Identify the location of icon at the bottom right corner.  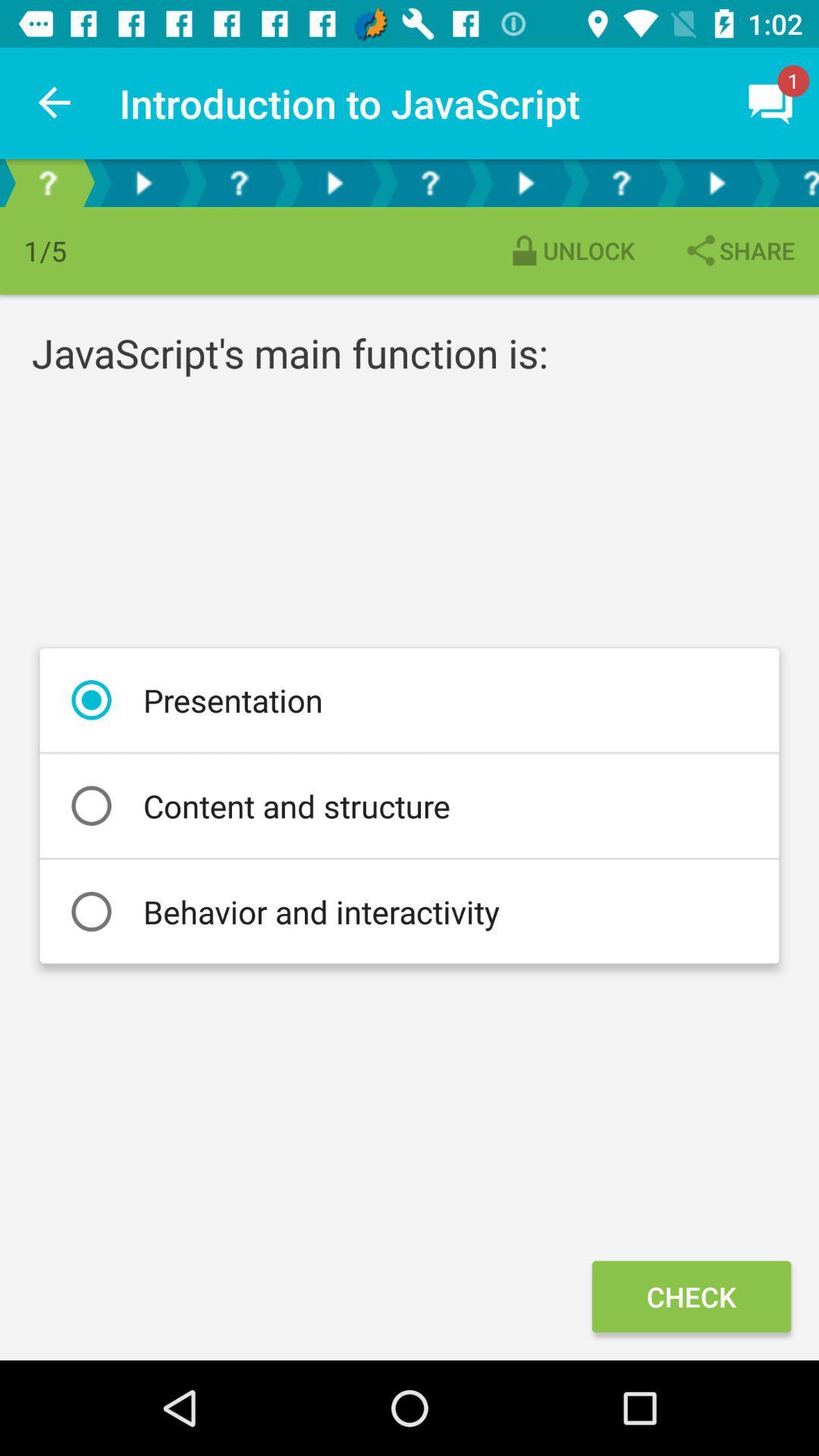
(691, 1295).